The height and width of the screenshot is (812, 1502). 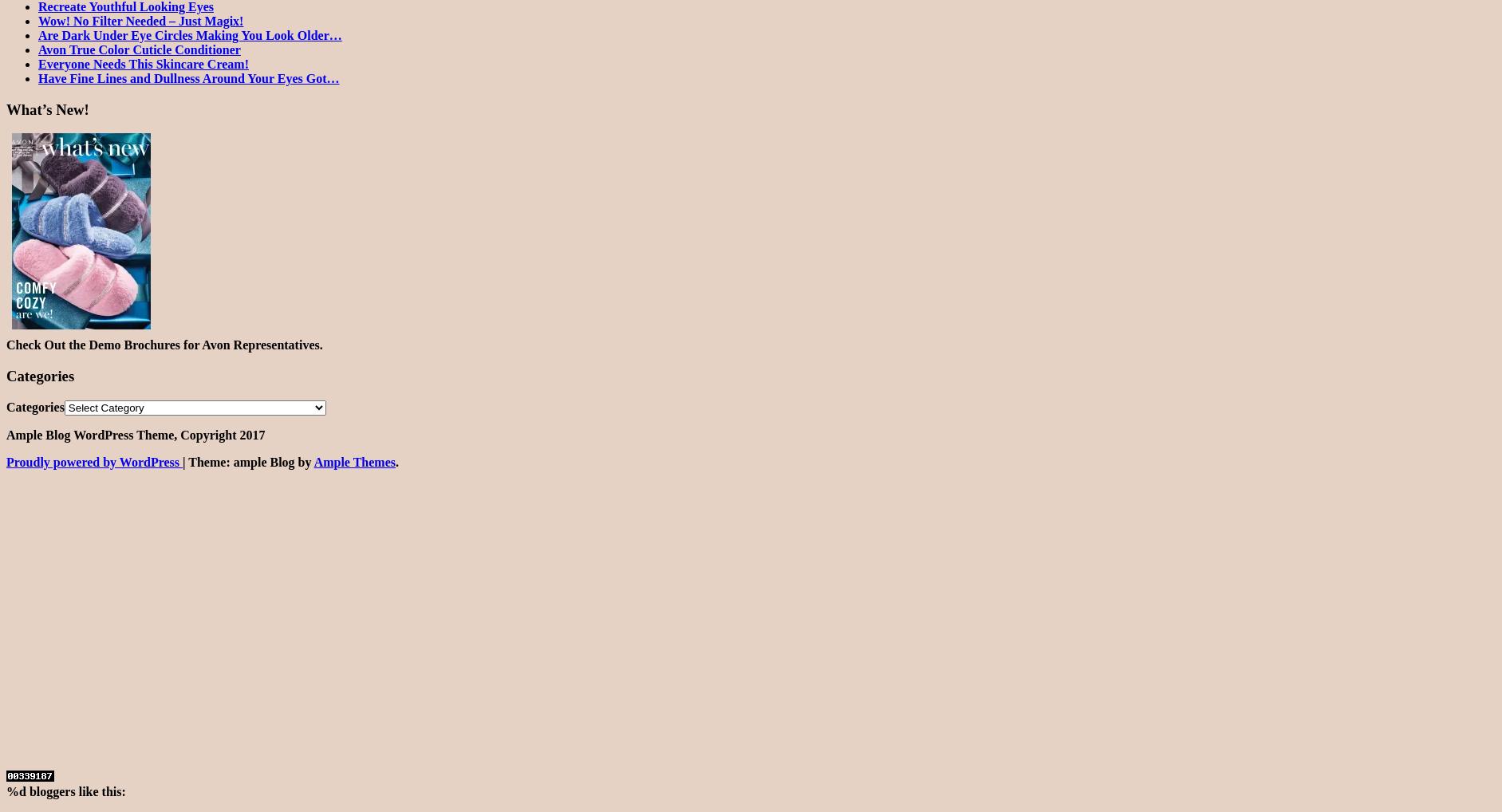 I want to click on 'Recreate Youthful Looking Eyes', so click(x=125, y=6).